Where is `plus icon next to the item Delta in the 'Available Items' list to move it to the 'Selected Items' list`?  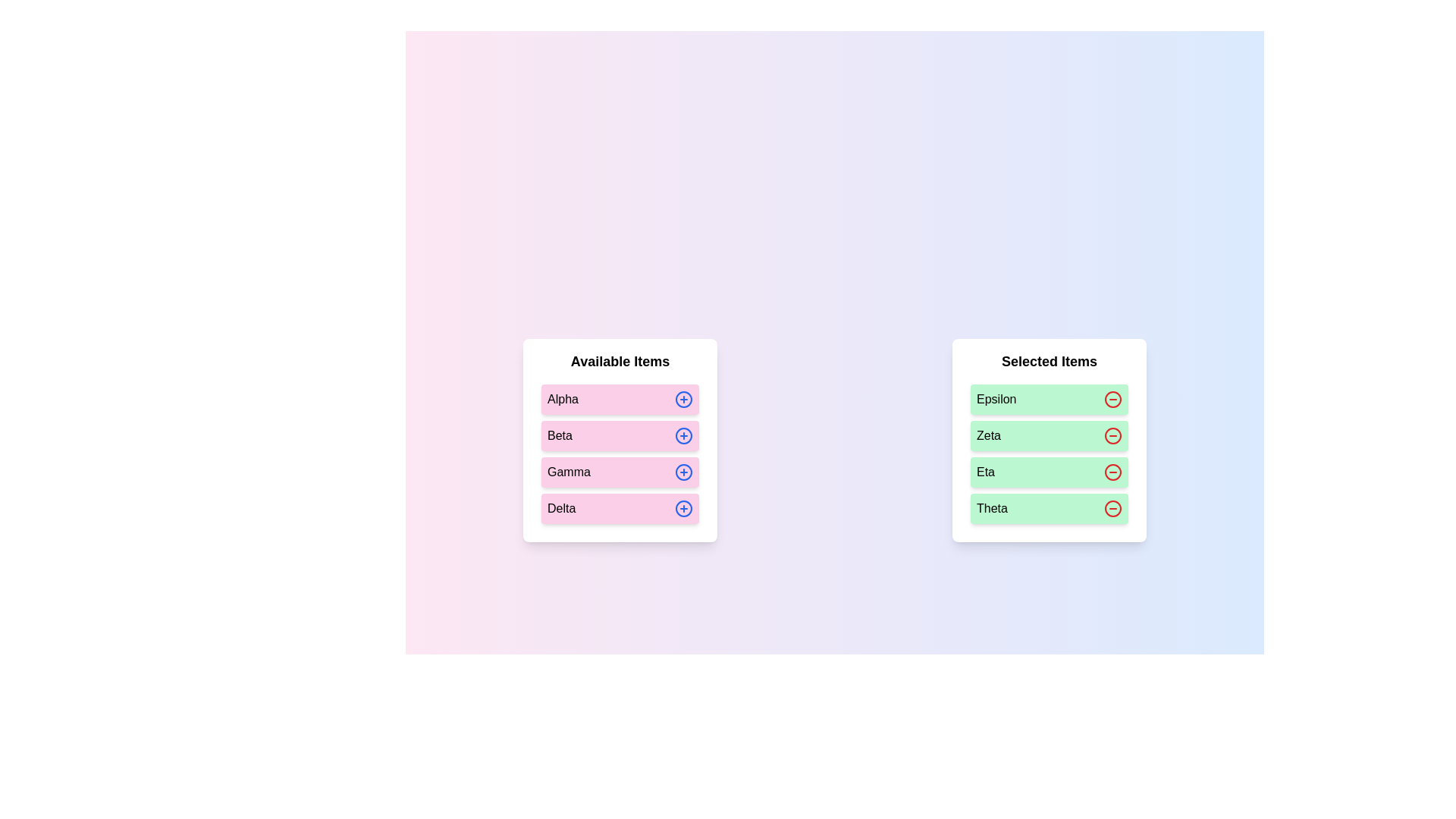
plus icon next to the item Delta in the 'Available Items' list to move it to the 'Selected Items' list is located at coordinates (683, 509).